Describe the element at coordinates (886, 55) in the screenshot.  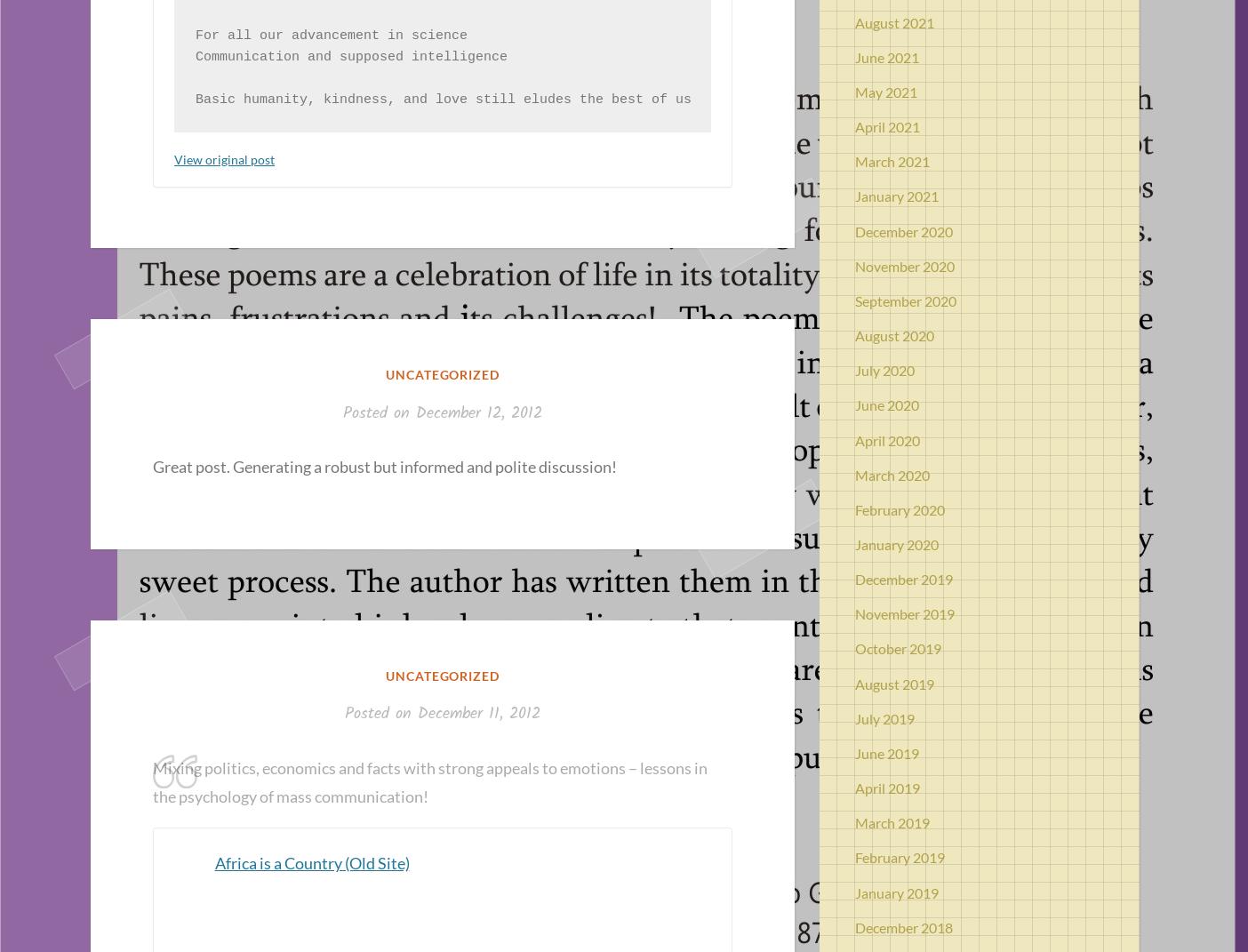
I see `'June 2021'` at that location.